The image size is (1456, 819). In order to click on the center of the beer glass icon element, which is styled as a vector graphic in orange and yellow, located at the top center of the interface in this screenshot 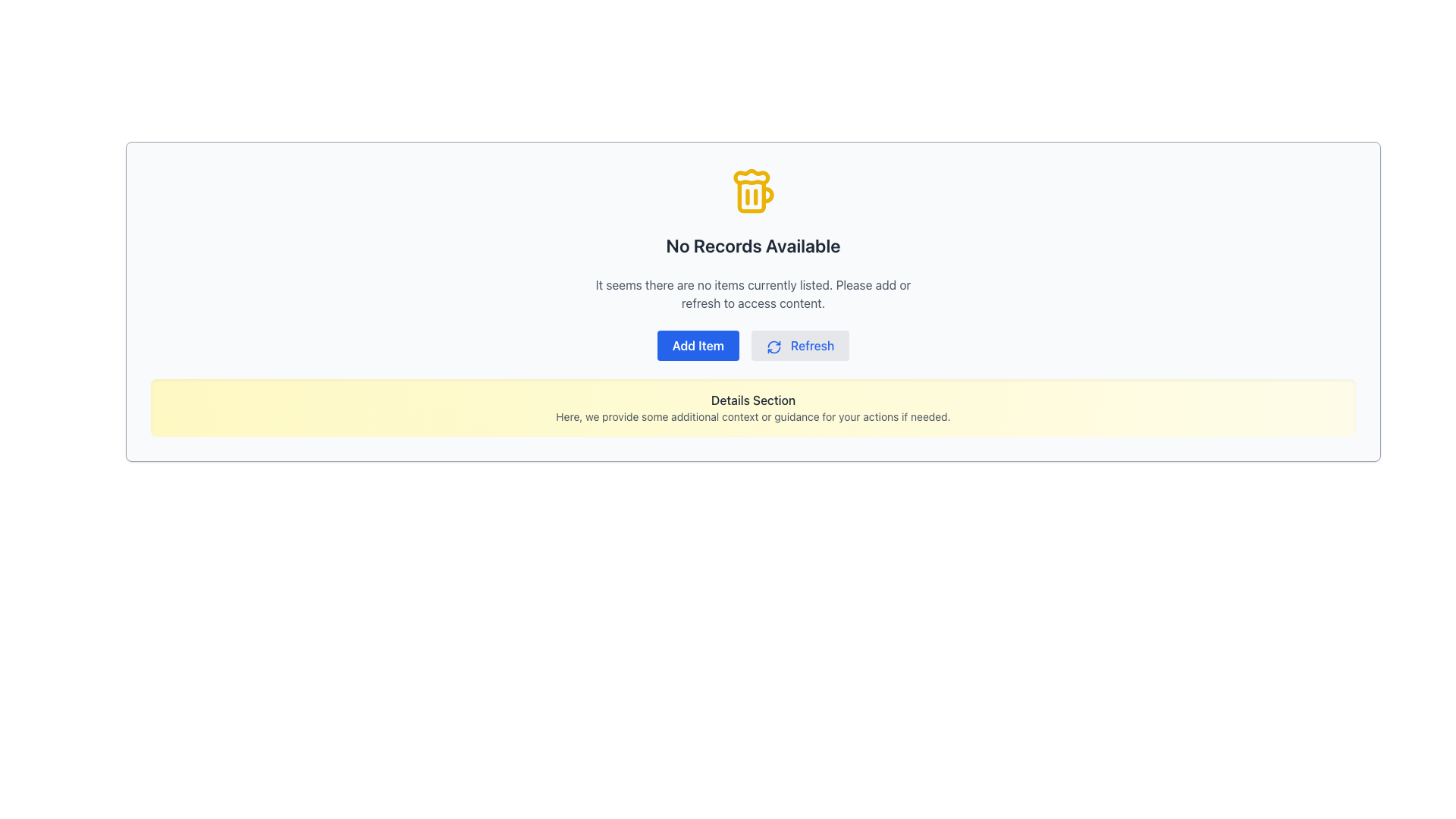, I will do `click(751, 196)`.